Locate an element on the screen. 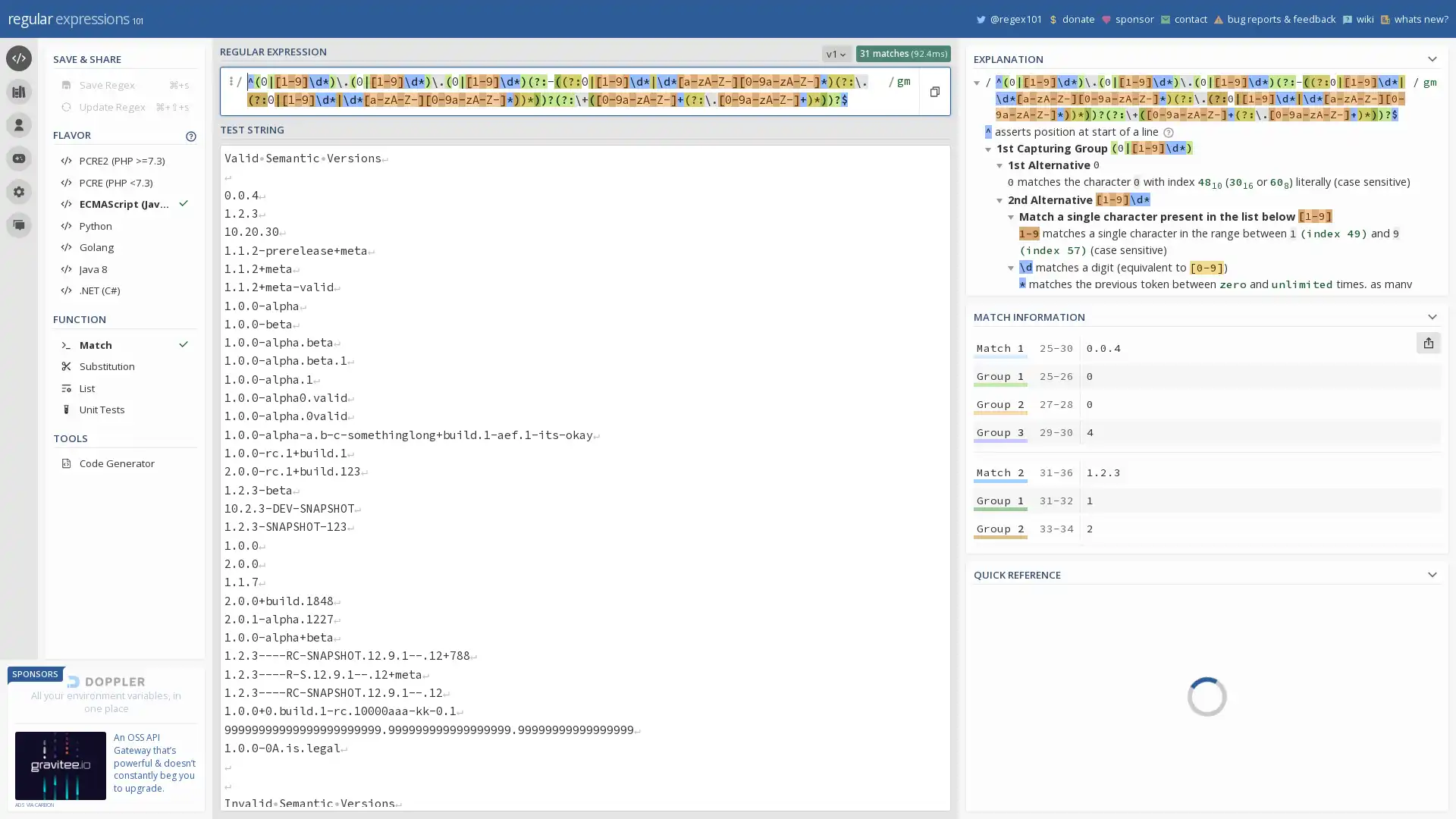  Change delimiter is located at coordinates (232, 91).